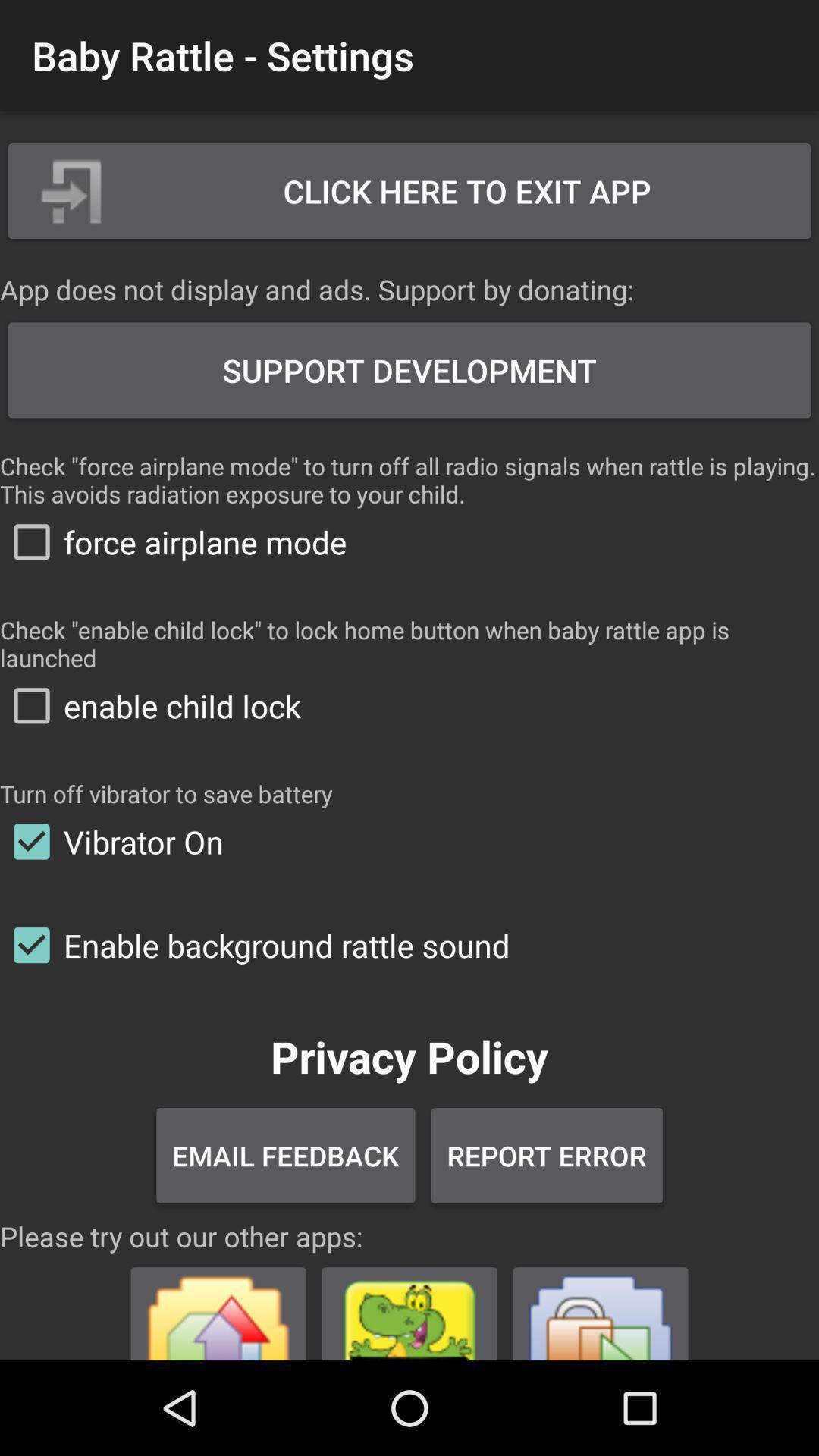 The image size is (819, 1456). I want to click on open new app, so click(218, 1307).